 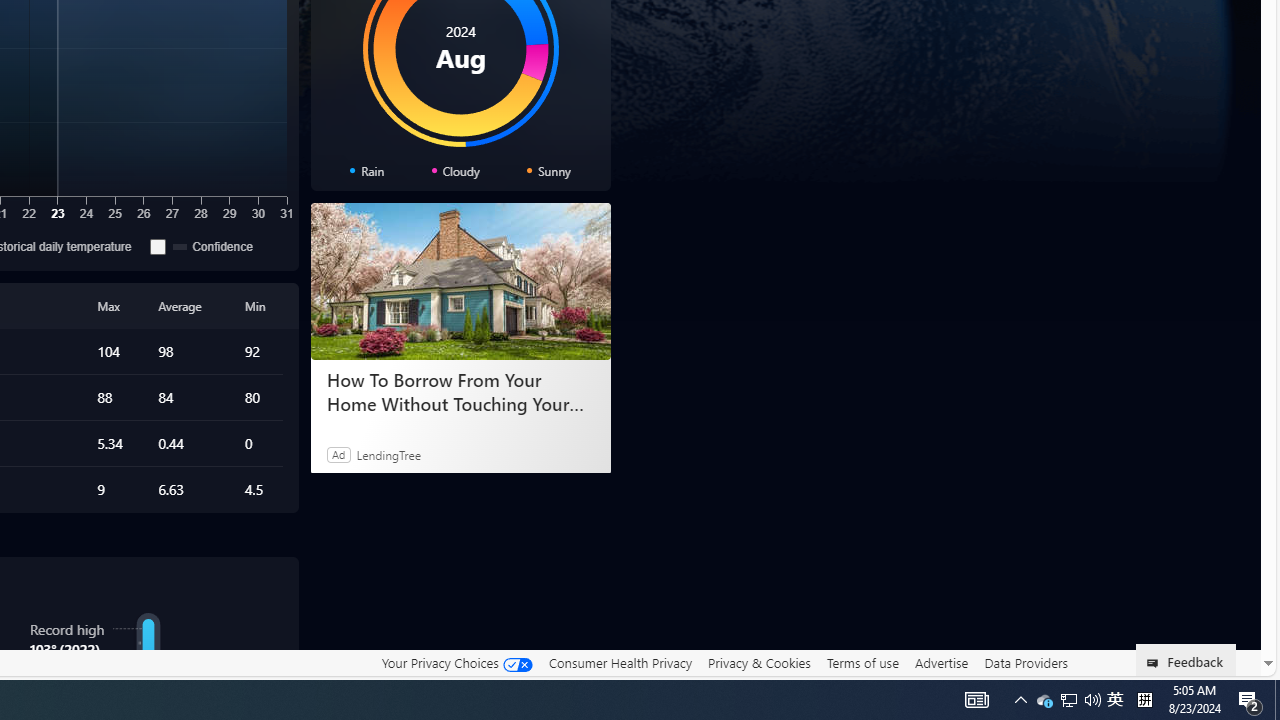 I want to click on 'Data Providers', so click(x=1025, y=662).